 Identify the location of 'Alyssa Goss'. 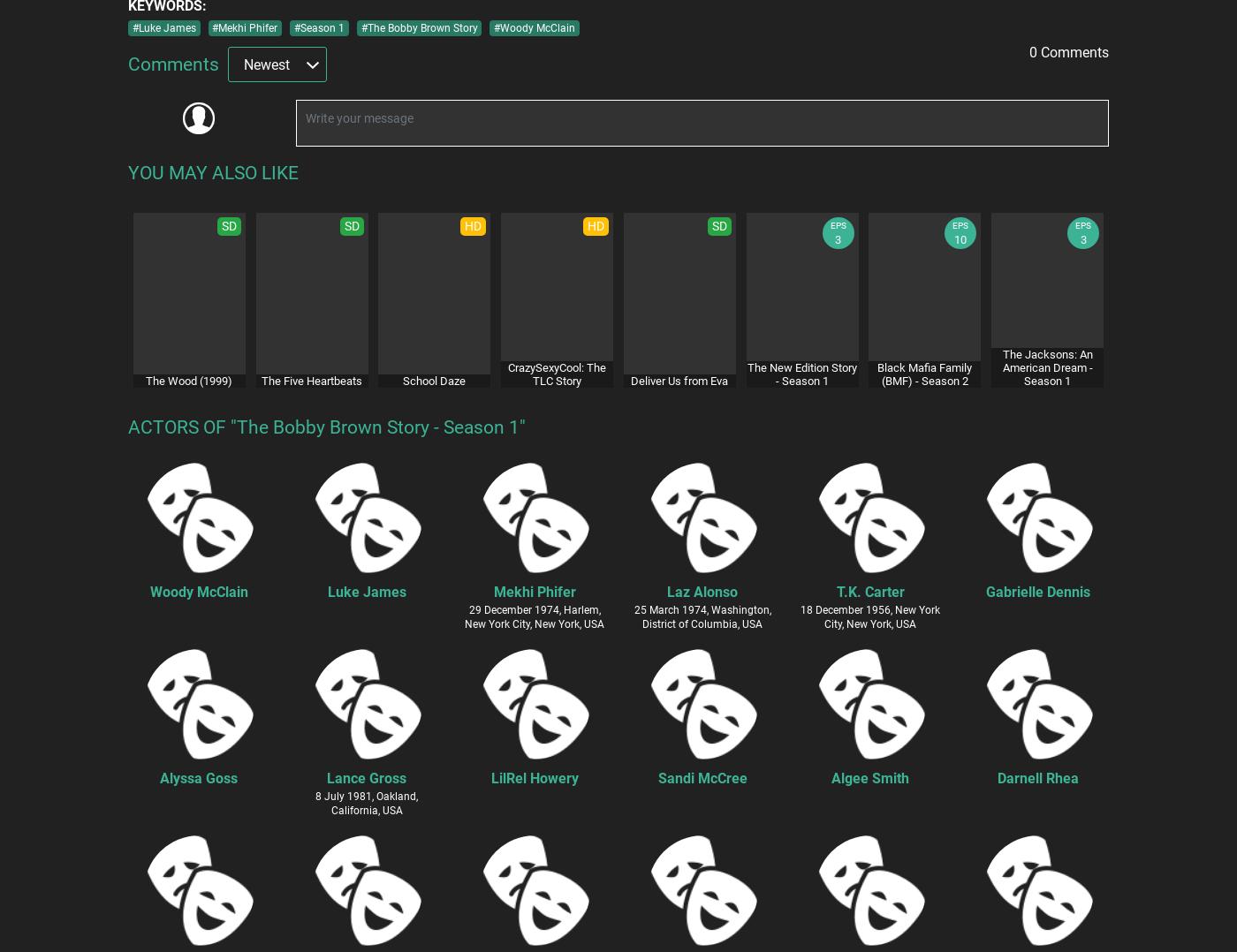
(198, 776).